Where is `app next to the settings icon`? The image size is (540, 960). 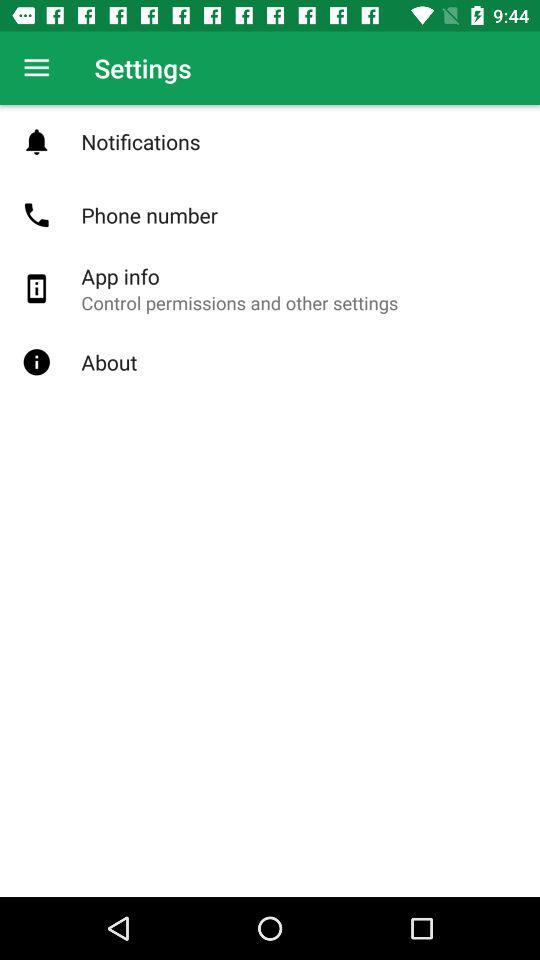
app next to the settings icon is located at coordinates (36, 68).